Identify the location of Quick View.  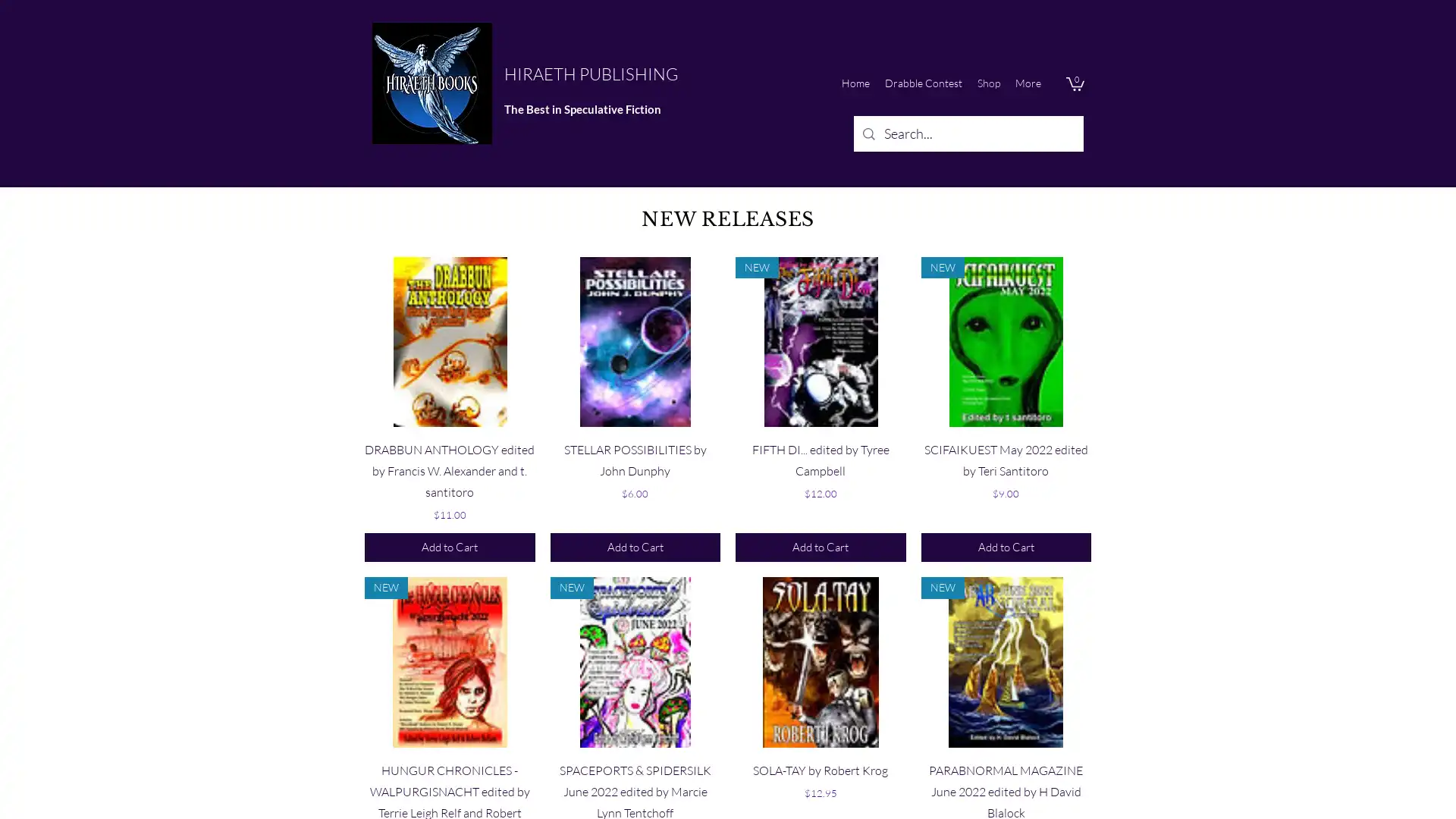
(635, 444).